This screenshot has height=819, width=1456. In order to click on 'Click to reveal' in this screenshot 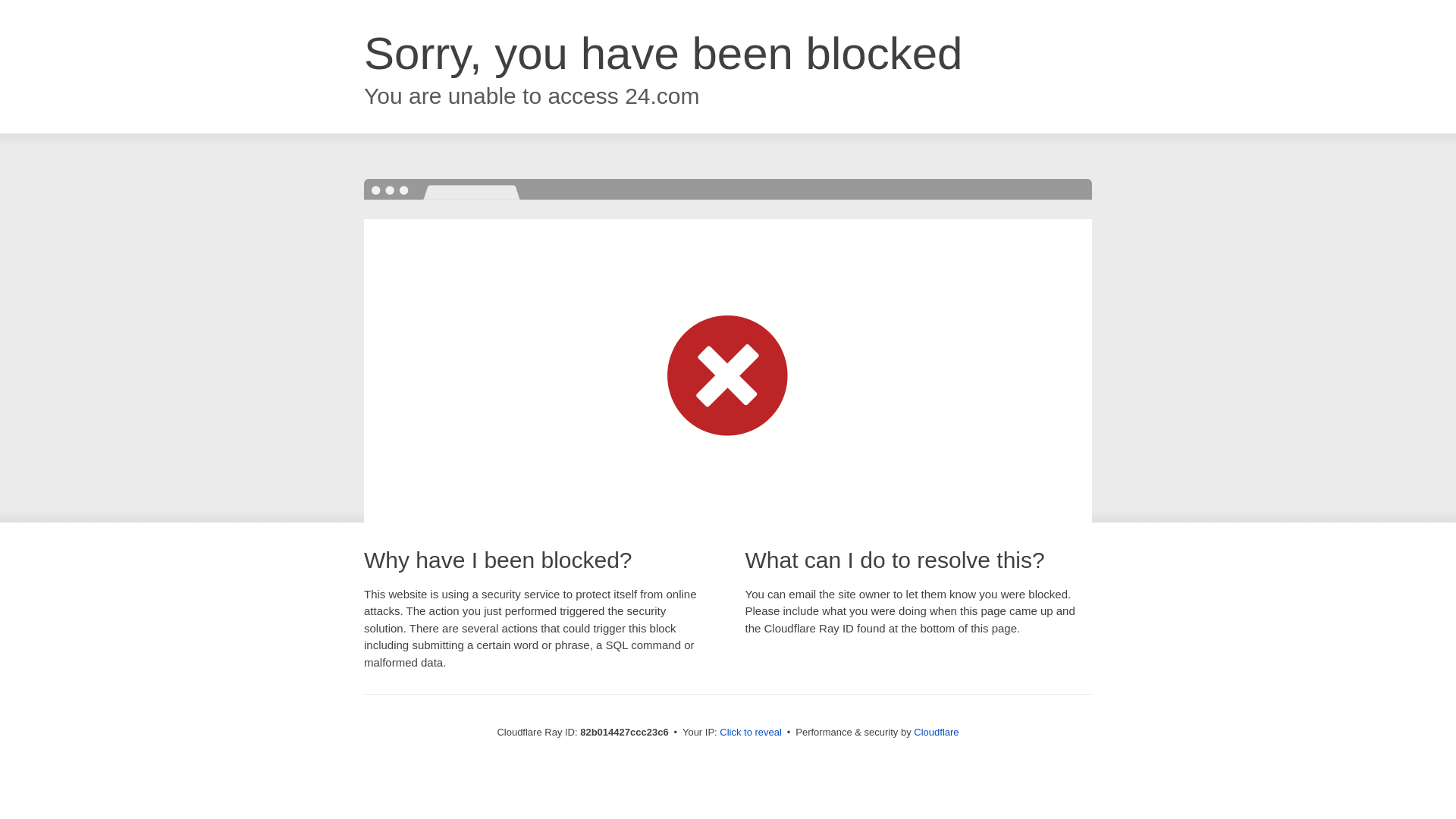, I will do `click(750, 731)`.